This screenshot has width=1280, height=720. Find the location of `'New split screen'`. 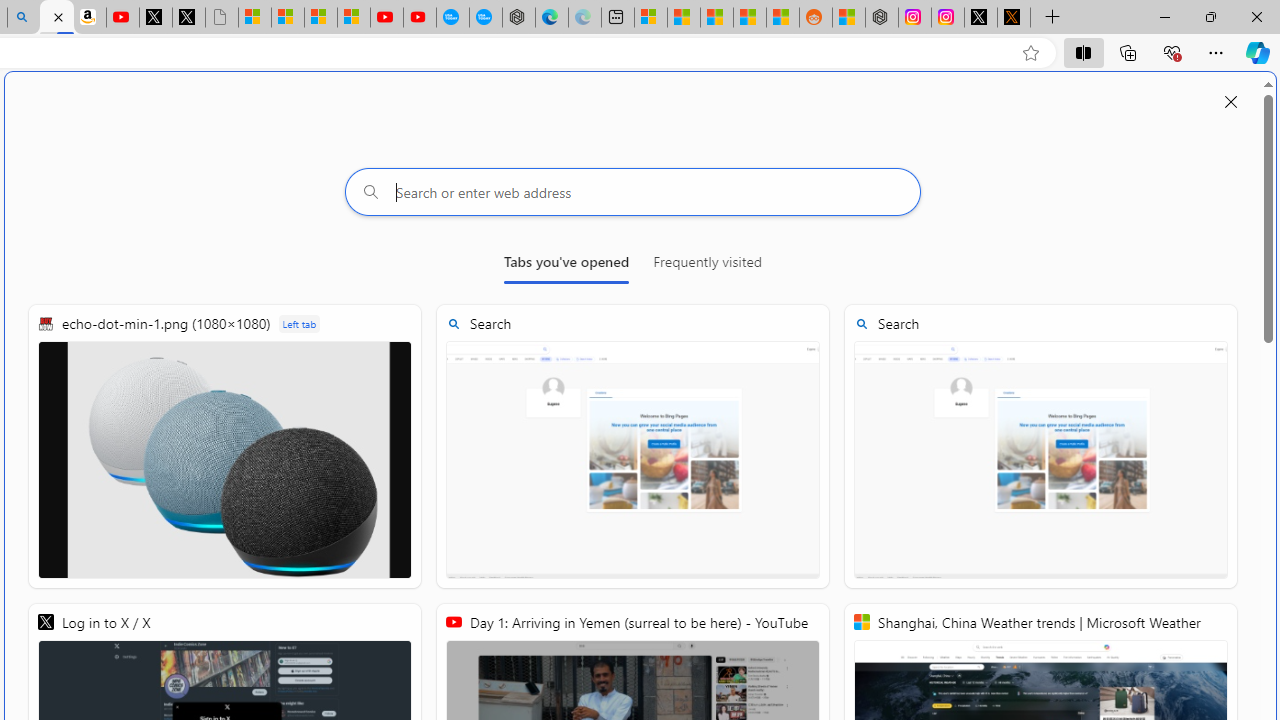

'New split screen' is located at coordinates (56, 17).